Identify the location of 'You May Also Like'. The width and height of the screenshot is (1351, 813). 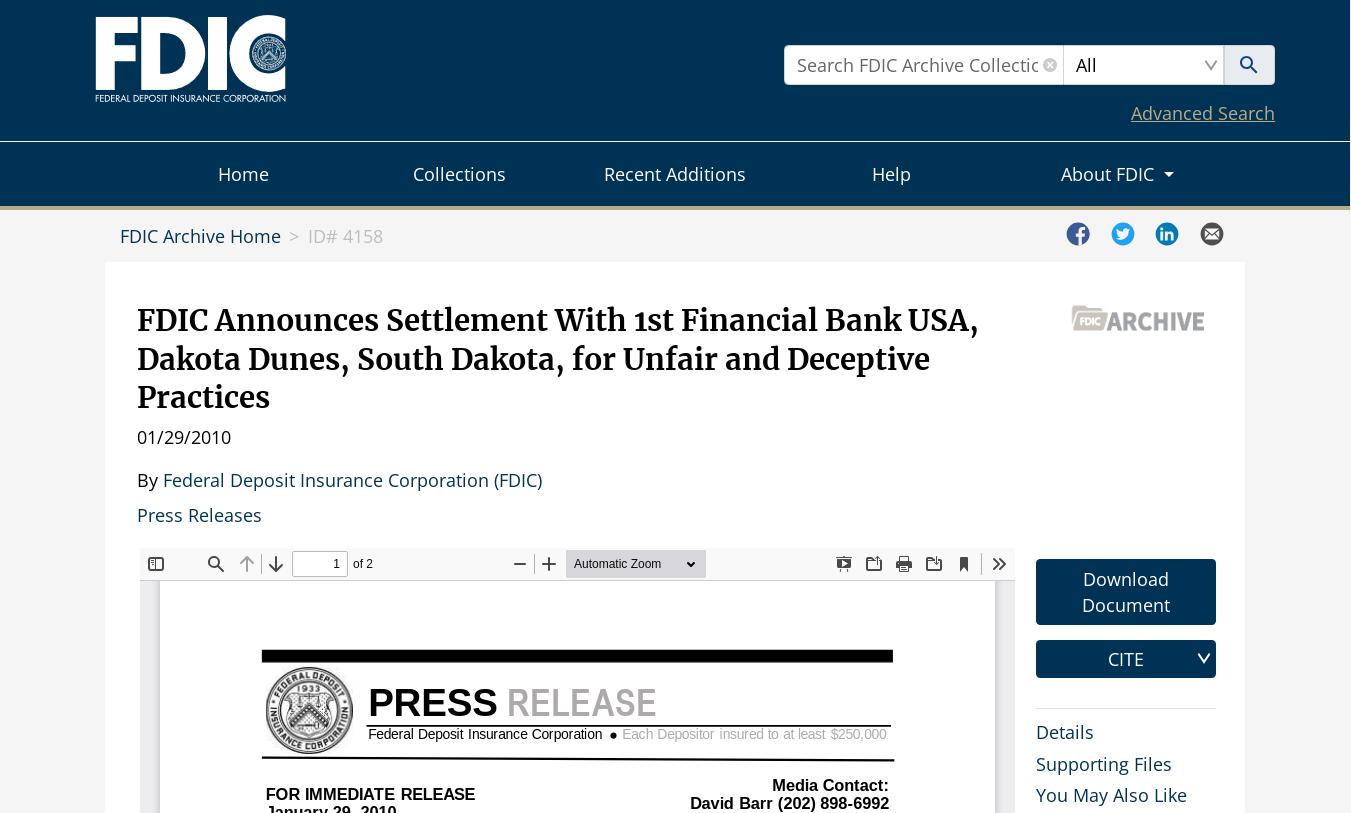
(1111, 795).